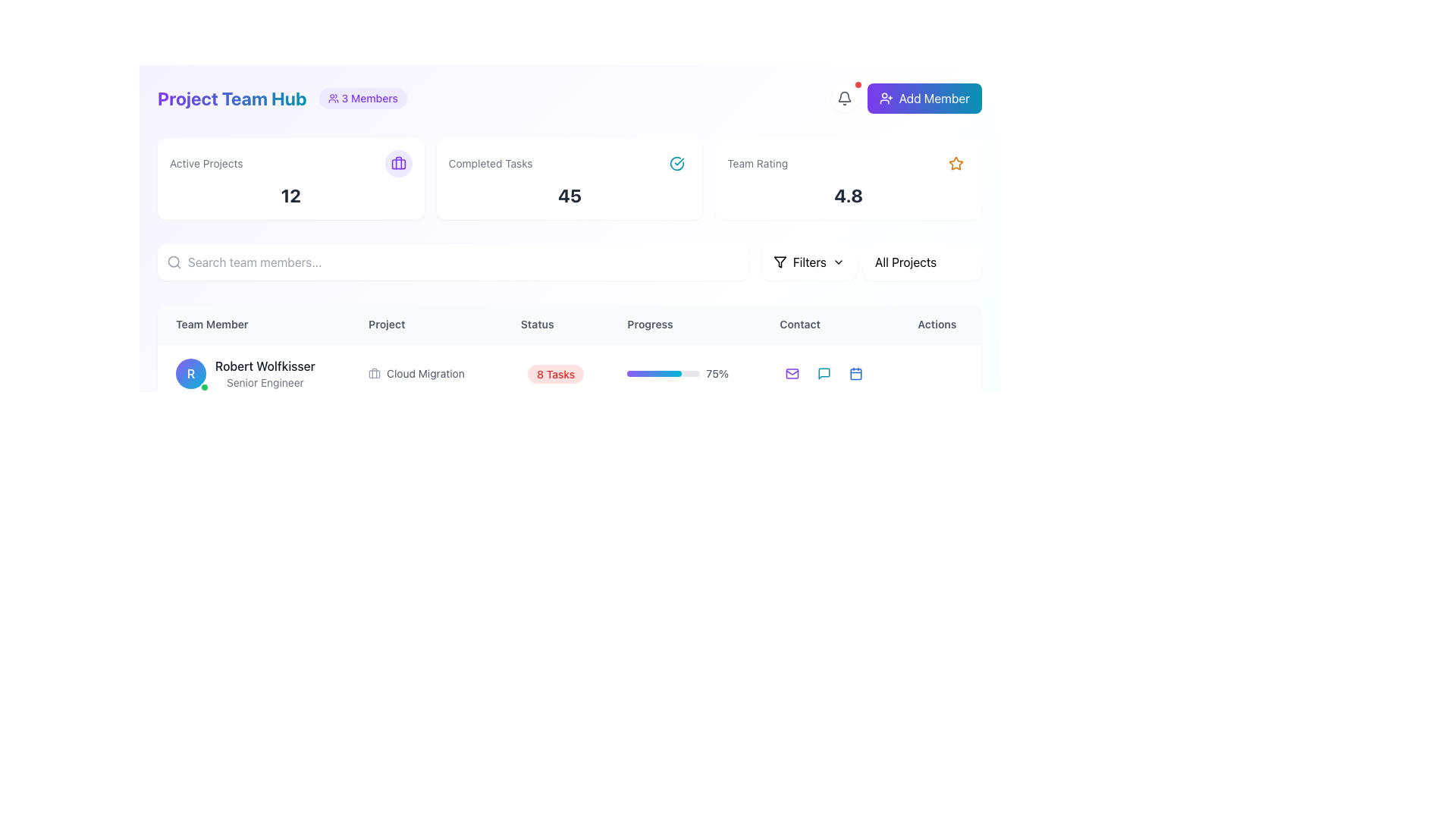 The image size is (1456, 819). What do you see at coordinates (265, 382) in the screenshot?
I see `the text label displaying 'Senior Engineer' located beneath 'Robert Wolfkisser' in the 'Team Member' column of the team member details table` at bounding box center [265, 382].